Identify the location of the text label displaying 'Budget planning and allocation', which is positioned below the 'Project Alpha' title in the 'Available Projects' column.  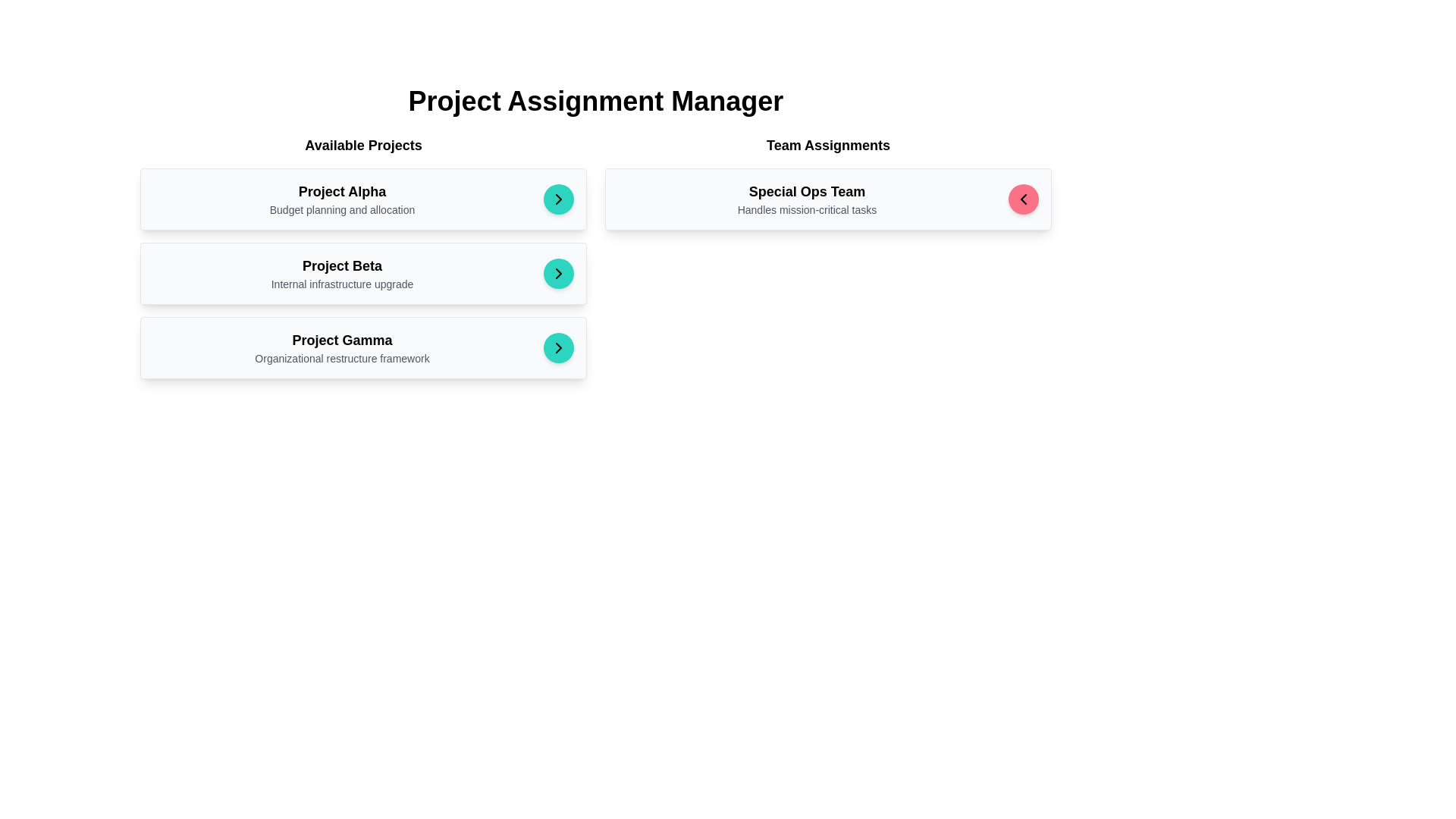
(341, 210).